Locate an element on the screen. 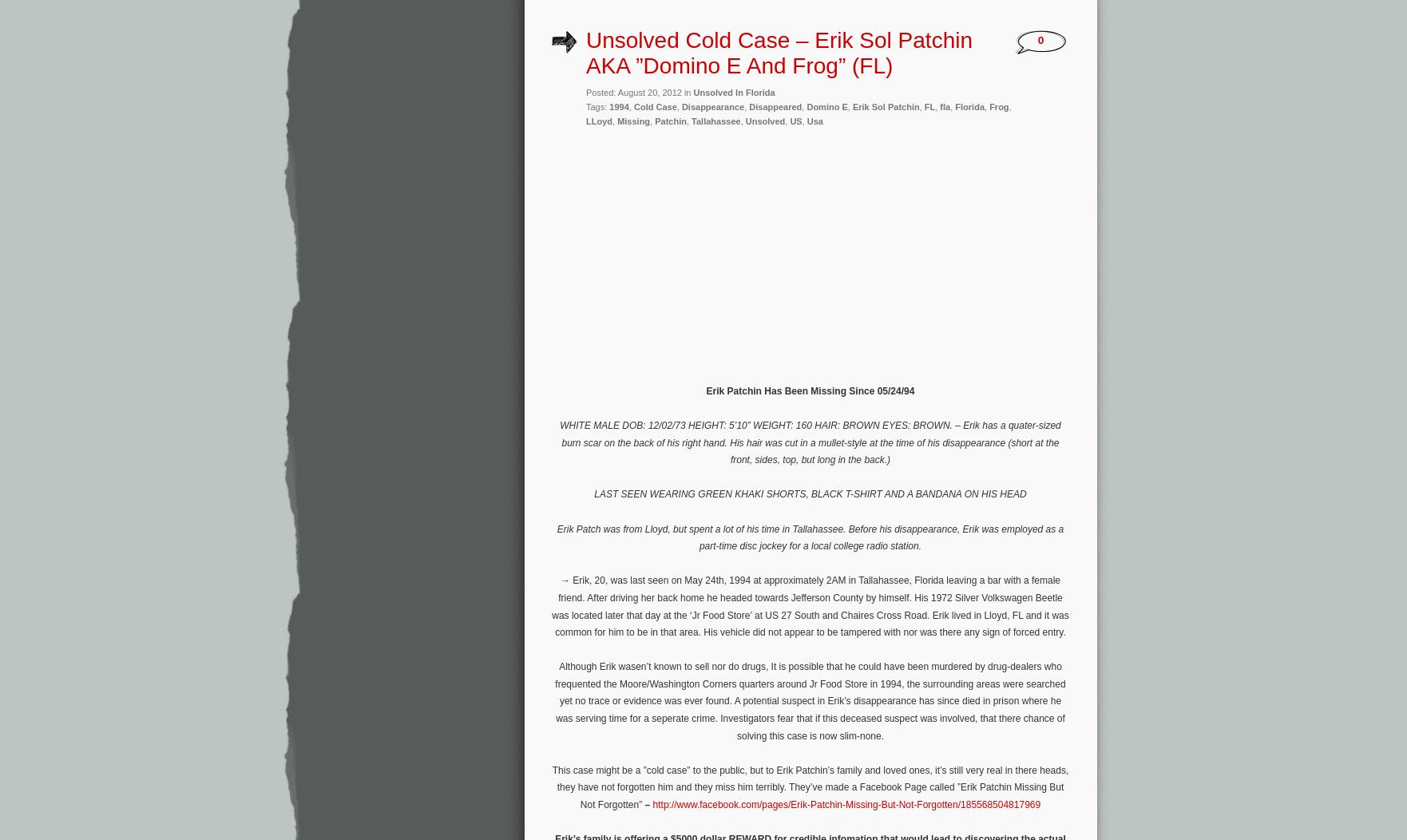 The width and height of the screenshot is (1407, 840). 'Disappearance' is located at coordinates (680, 106).